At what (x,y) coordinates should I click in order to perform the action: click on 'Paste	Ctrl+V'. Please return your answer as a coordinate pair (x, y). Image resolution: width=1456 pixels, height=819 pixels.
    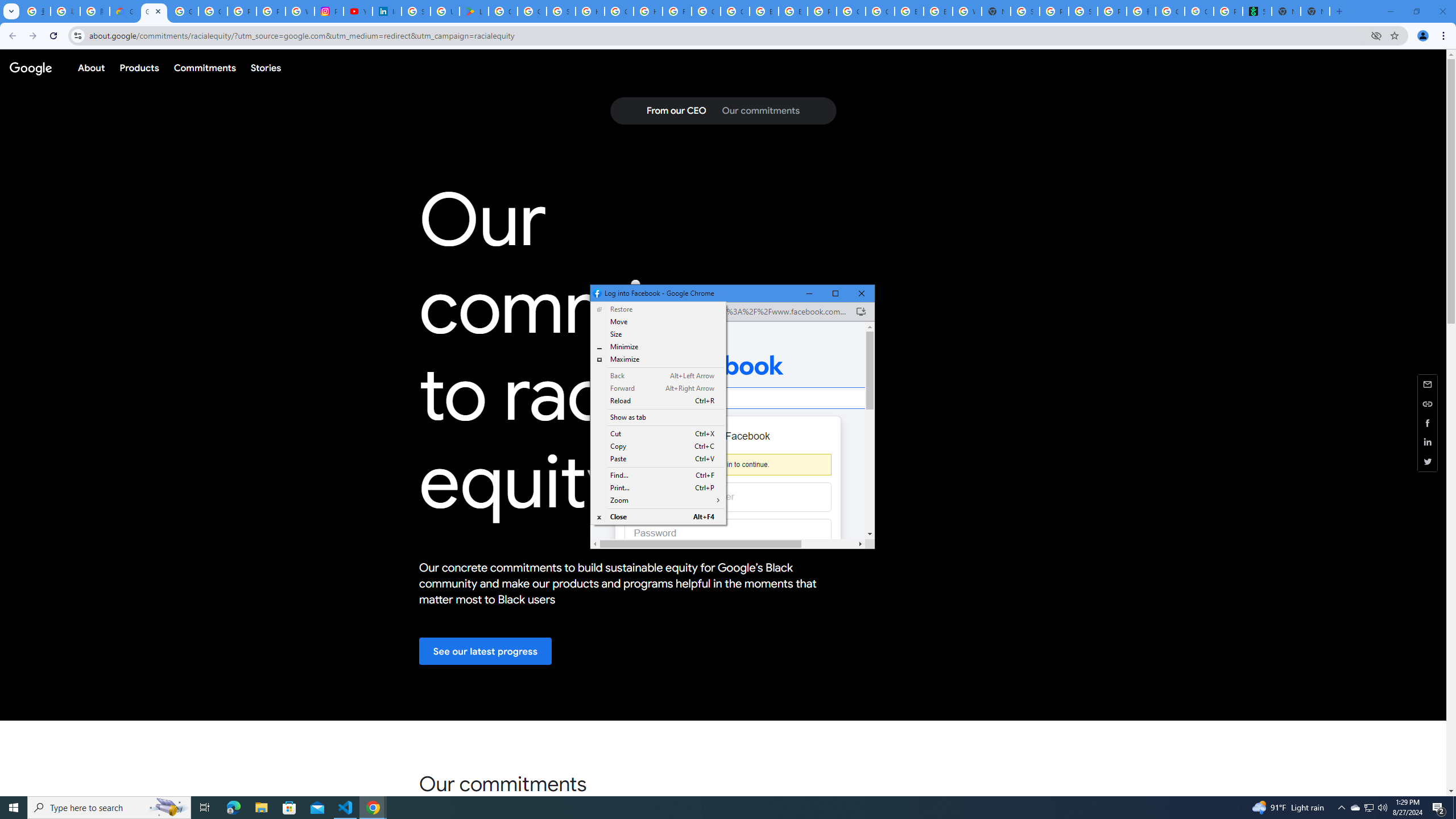
    Looking at the image, I should click on (658, 459).